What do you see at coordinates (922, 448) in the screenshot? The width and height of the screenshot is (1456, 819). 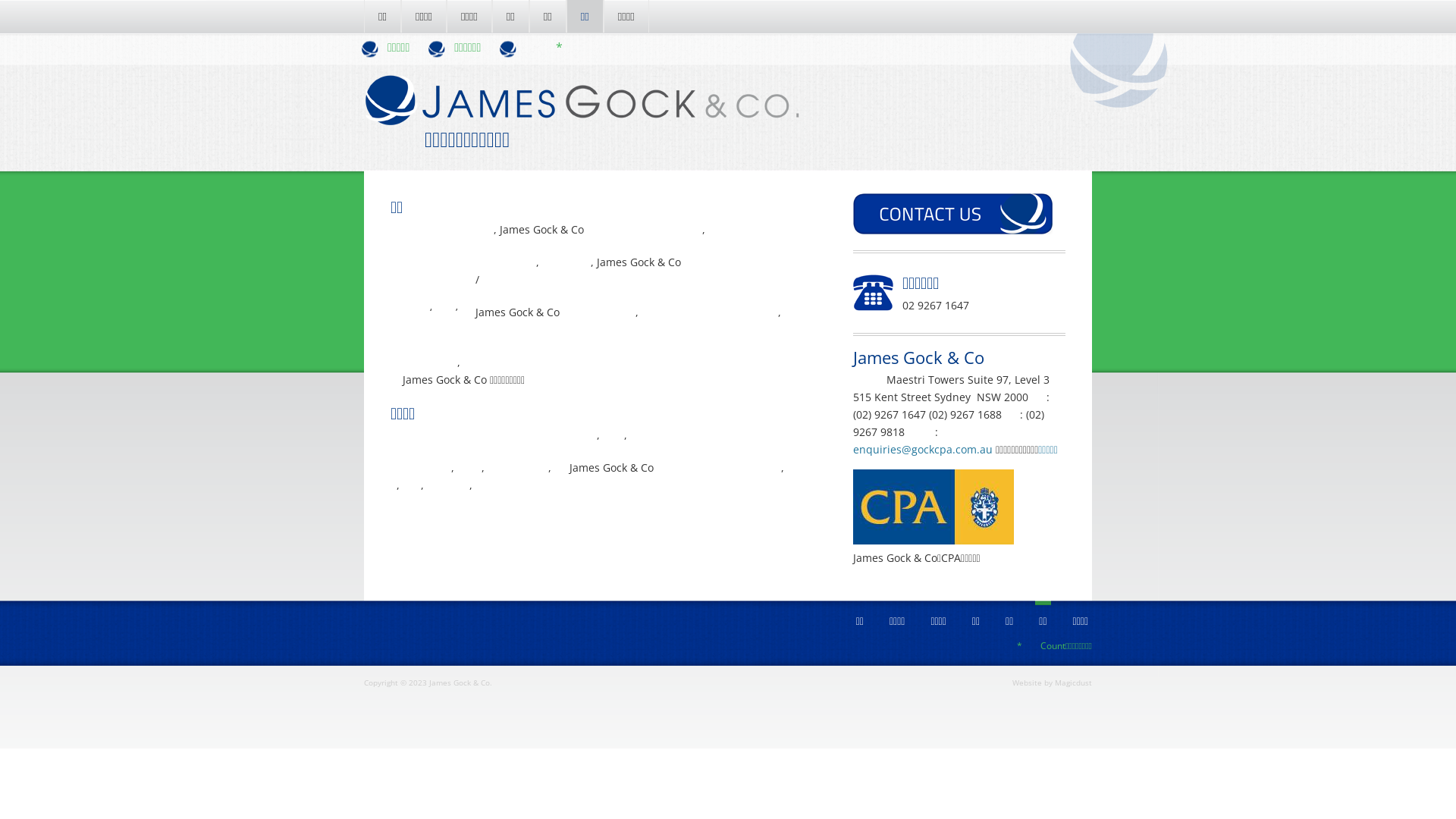 I see `'enquiries@gockcpa.com.au'` at bounding box center [922, 448].